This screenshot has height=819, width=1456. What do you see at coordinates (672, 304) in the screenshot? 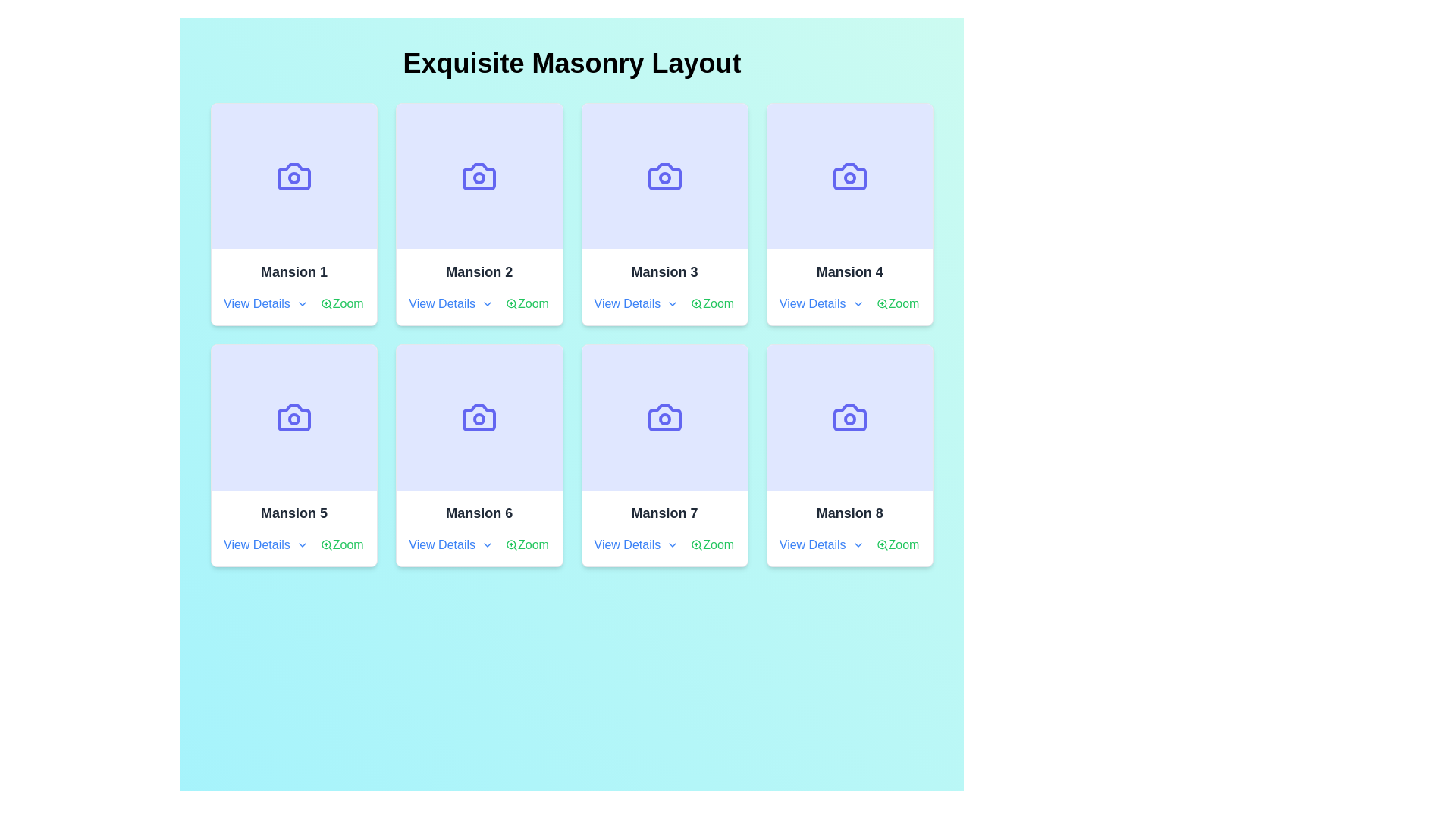
I see `the chevron icon located directly after the text 'View Details' in the third card from the left in the top row of the grid layout` at bounding box center [672, 304].